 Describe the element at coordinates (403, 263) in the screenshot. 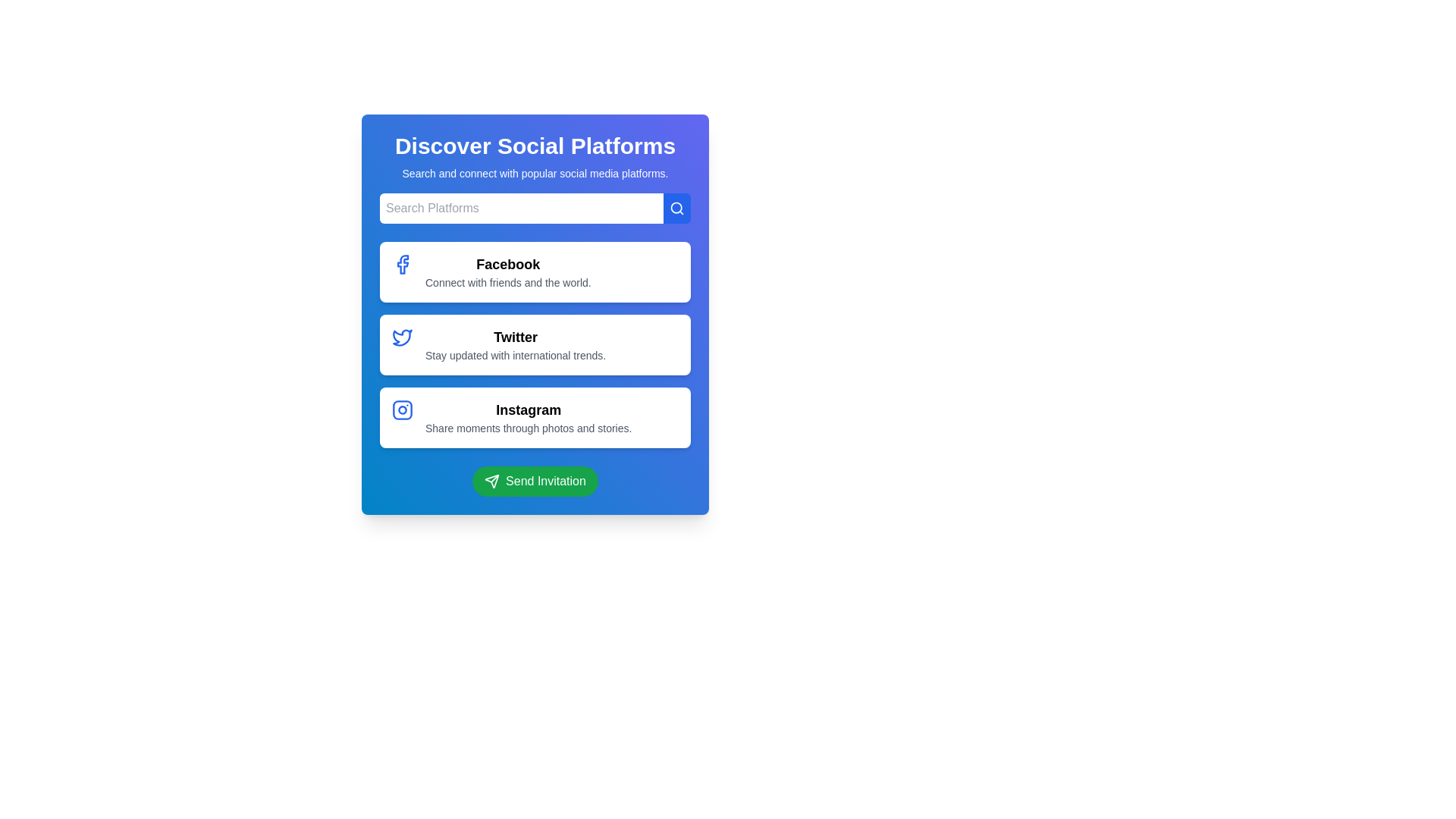

I see `the Facebook icon, which is a visual branding element located in the first row of social platforms, to the left of the text 'Facebook' and above the Twitter icon` at that location.